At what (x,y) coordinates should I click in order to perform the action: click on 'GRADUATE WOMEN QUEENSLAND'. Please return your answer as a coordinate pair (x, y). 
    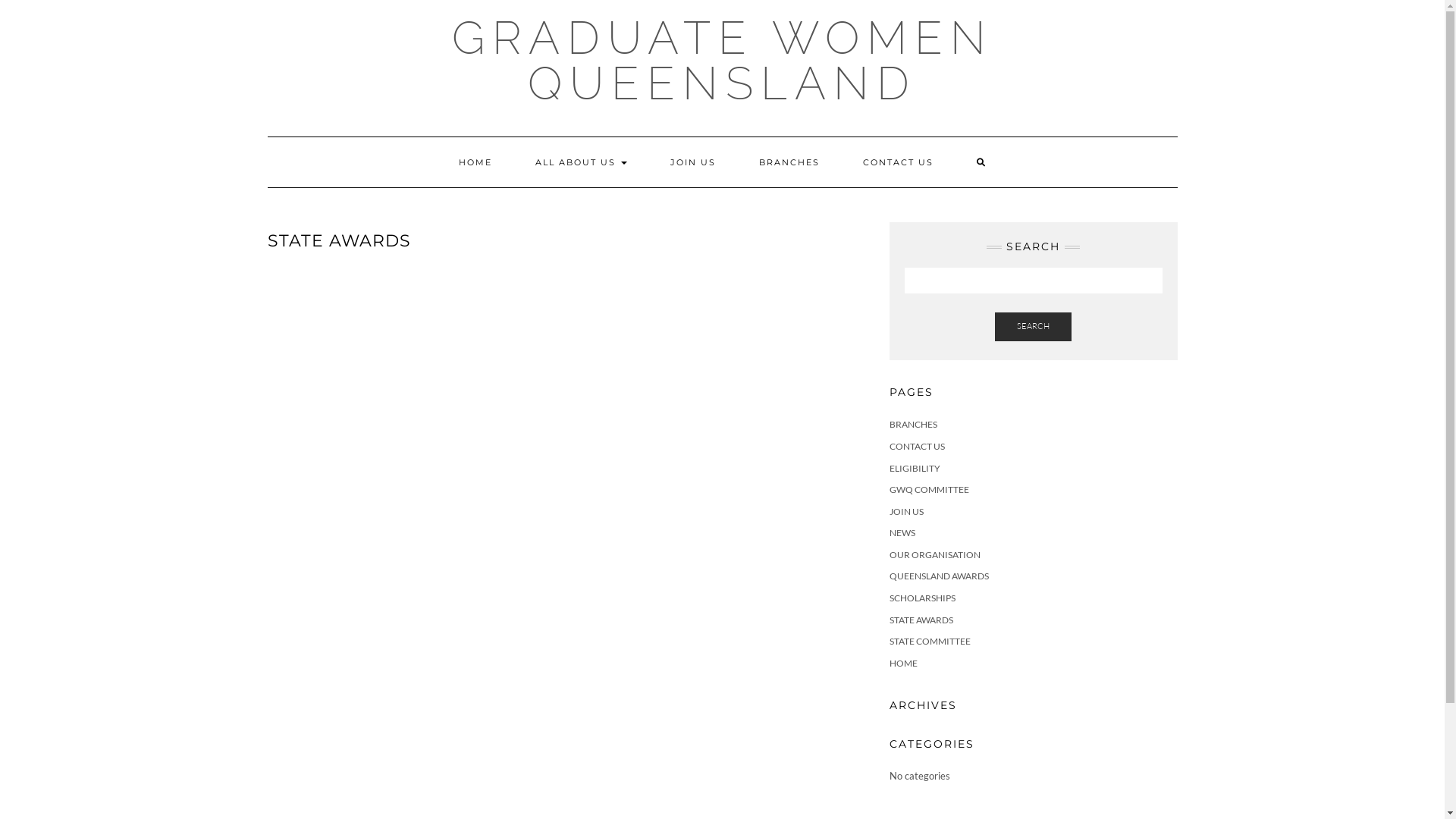
    Looking at the image, I should click on (722, 60).